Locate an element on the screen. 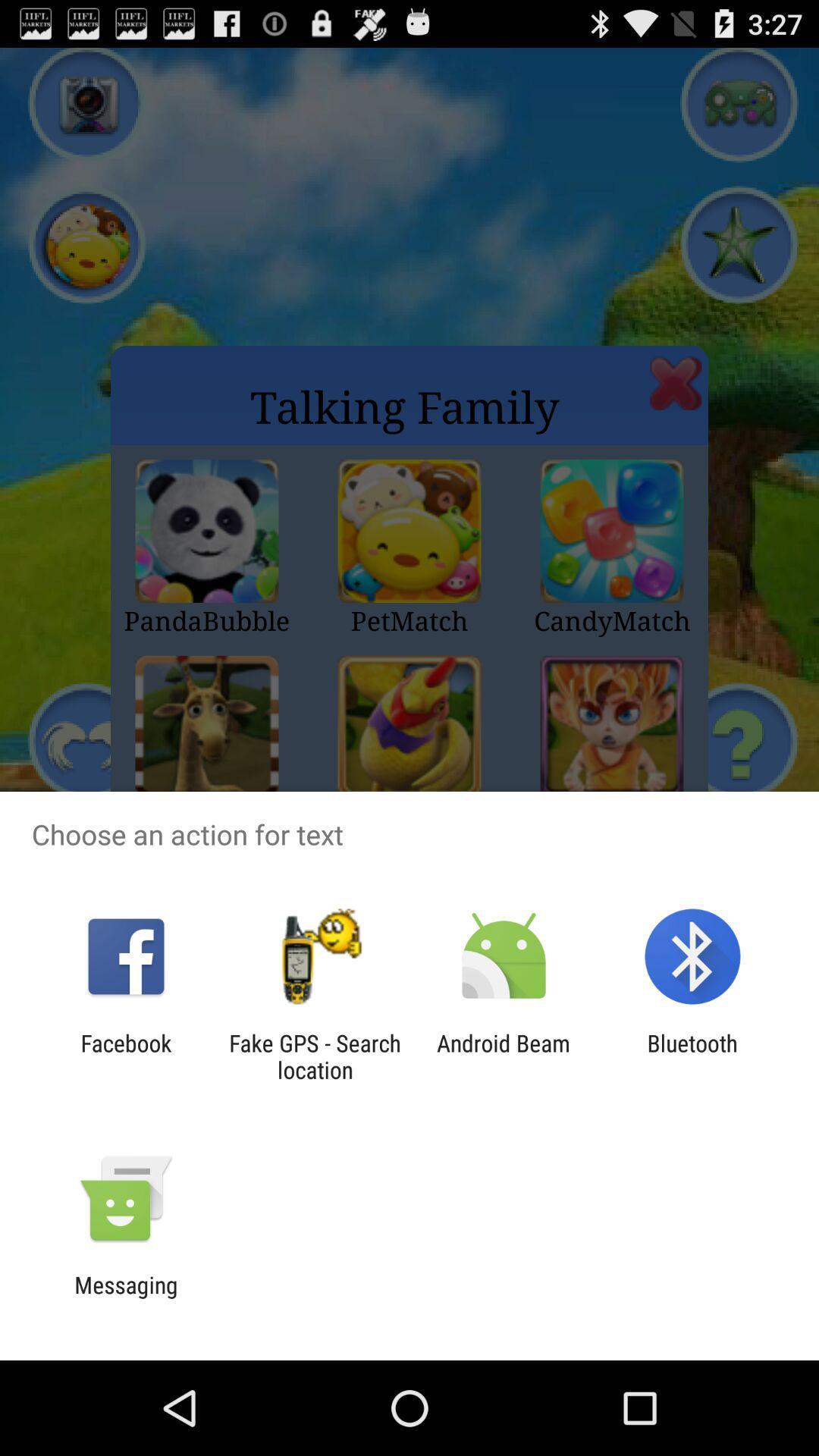  the app to the left of the fake gps search is located at coordinates (125, 1056).